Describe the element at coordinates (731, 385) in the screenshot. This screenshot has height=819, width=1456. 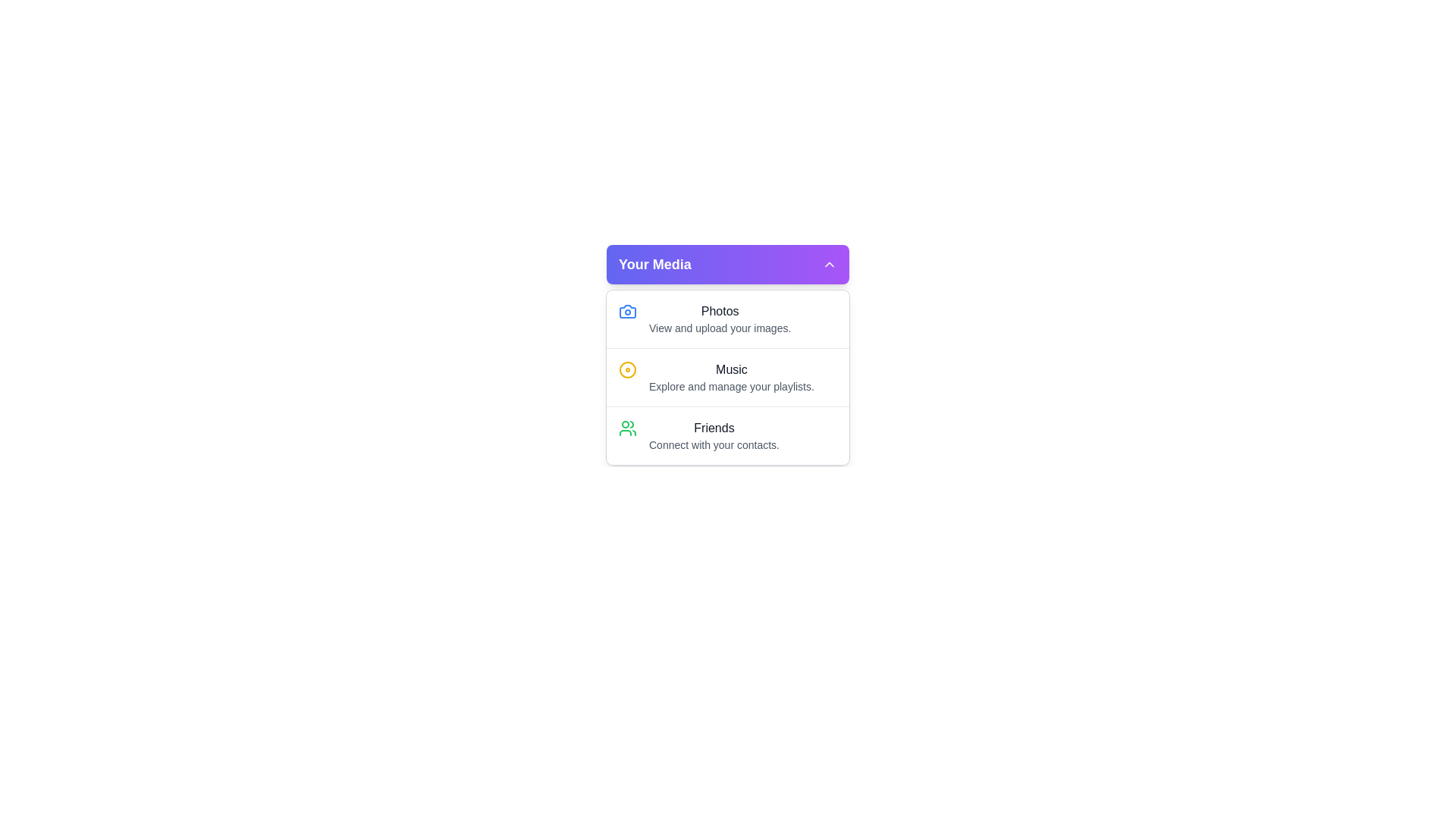
I see `the static text displaying 'Explore and manage your playlists.' which is located below the 'Music' heading in the middle section of the vertical list` at that location.